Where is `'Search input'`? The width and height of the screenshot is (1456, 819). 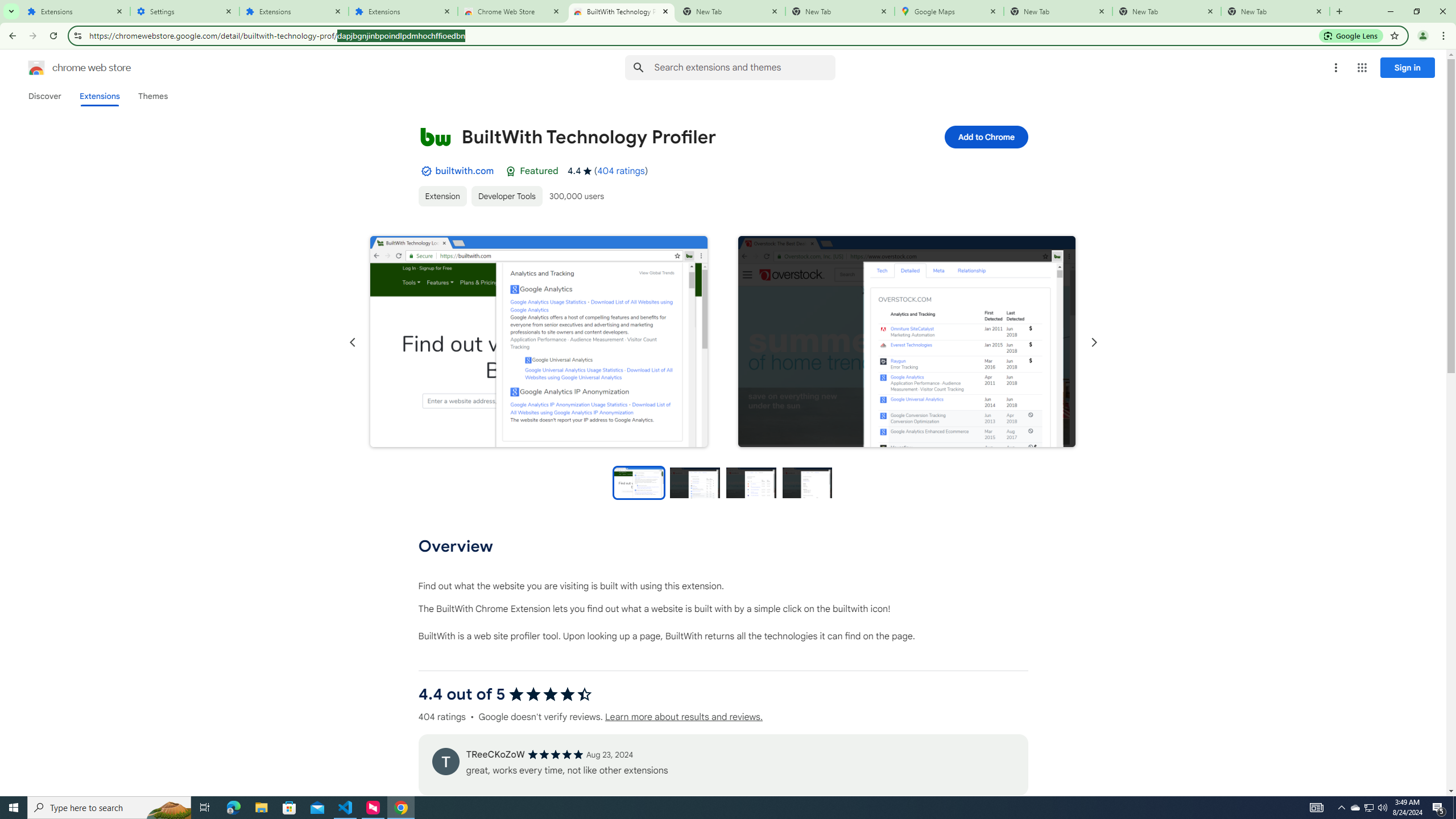
'Search input' is located at coordinates (744, 67).